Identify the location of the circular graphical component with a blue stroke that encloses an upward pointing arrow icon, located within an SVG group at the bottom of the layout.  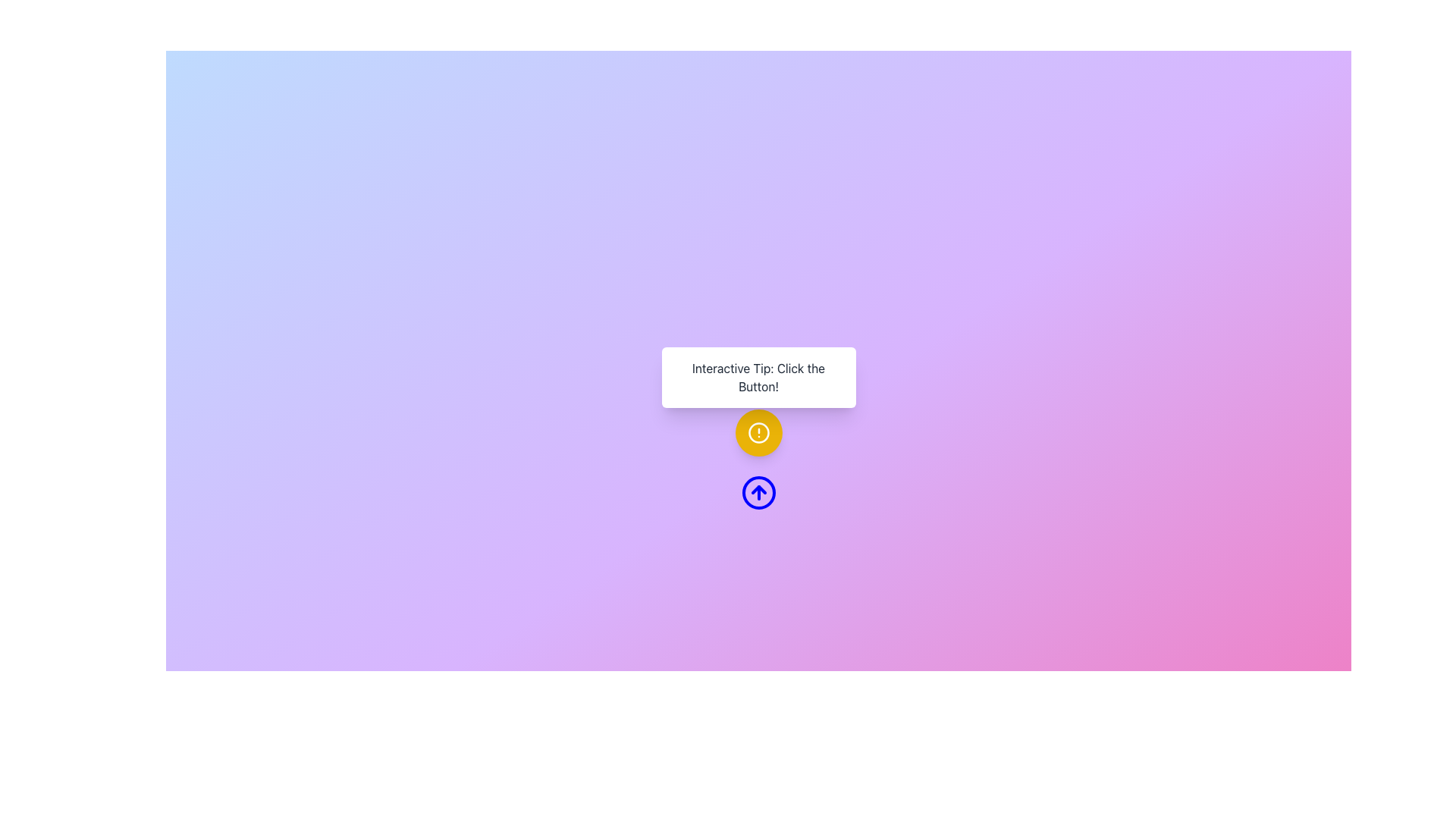
(758, 493).